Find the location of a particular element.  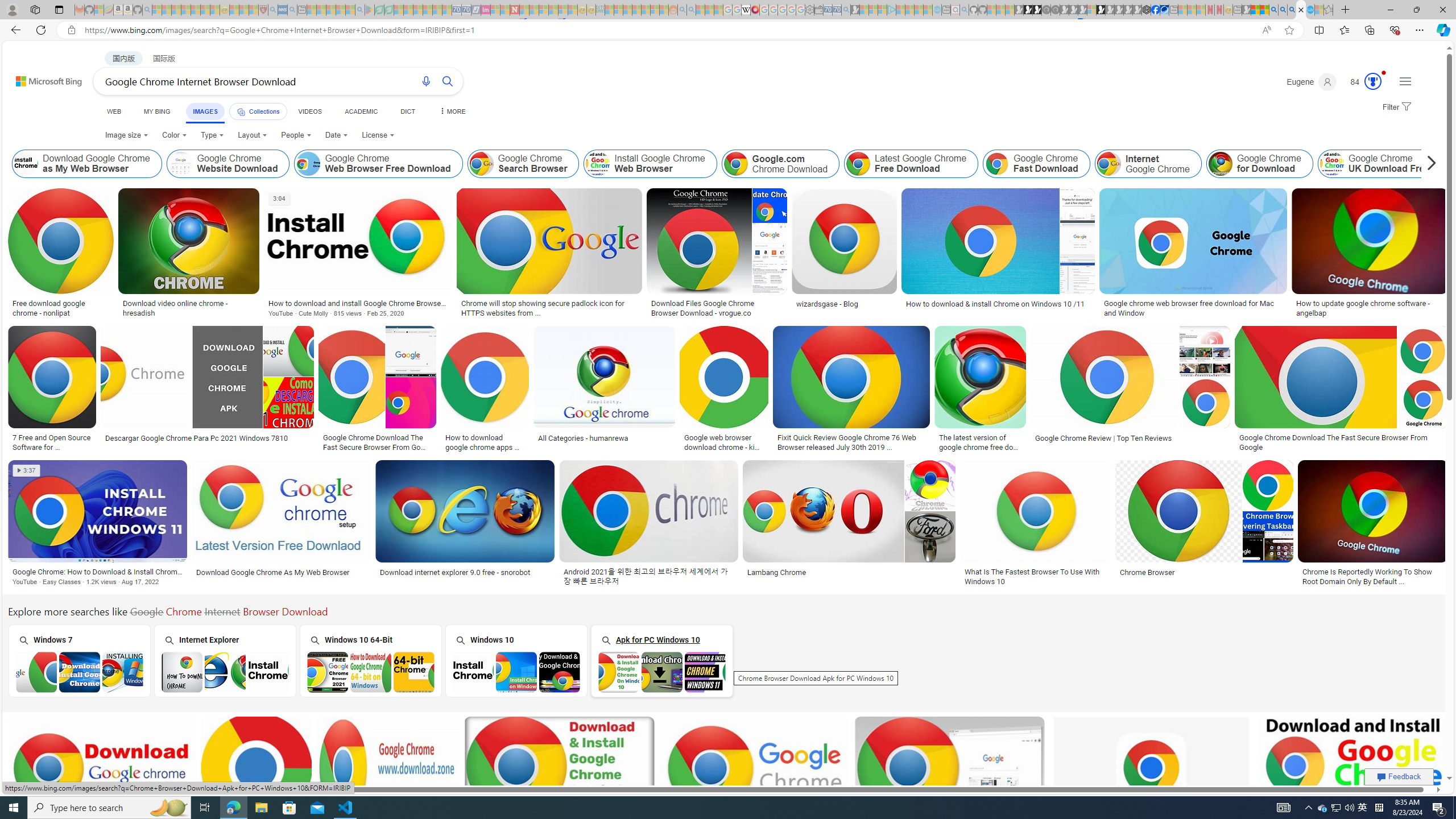

'Google Chrome Web Browser Free Download' is located at coordinates (378, 163).